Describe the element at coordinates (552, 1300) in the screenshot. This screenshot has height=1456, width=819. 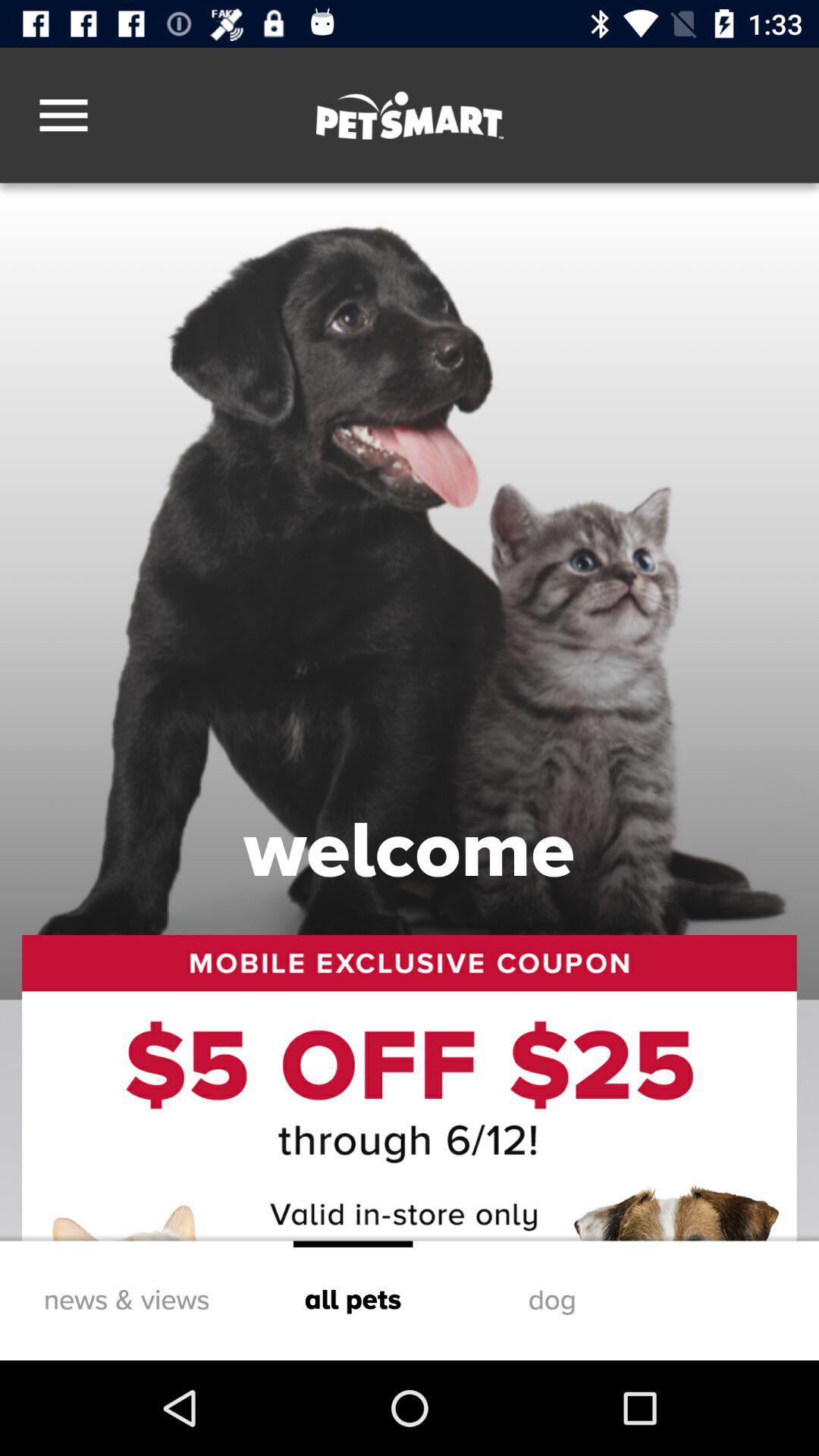
I see `dog item` at that location.